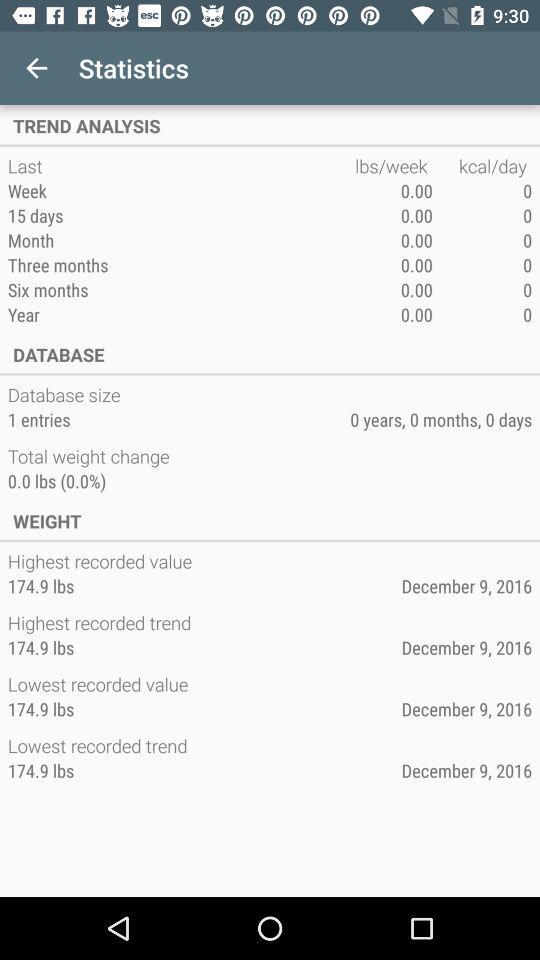  What do you see at coordinates (481, 165) in the screenshot?
I see `the icon above 0.00 icon` at bounding box center [481, 165].